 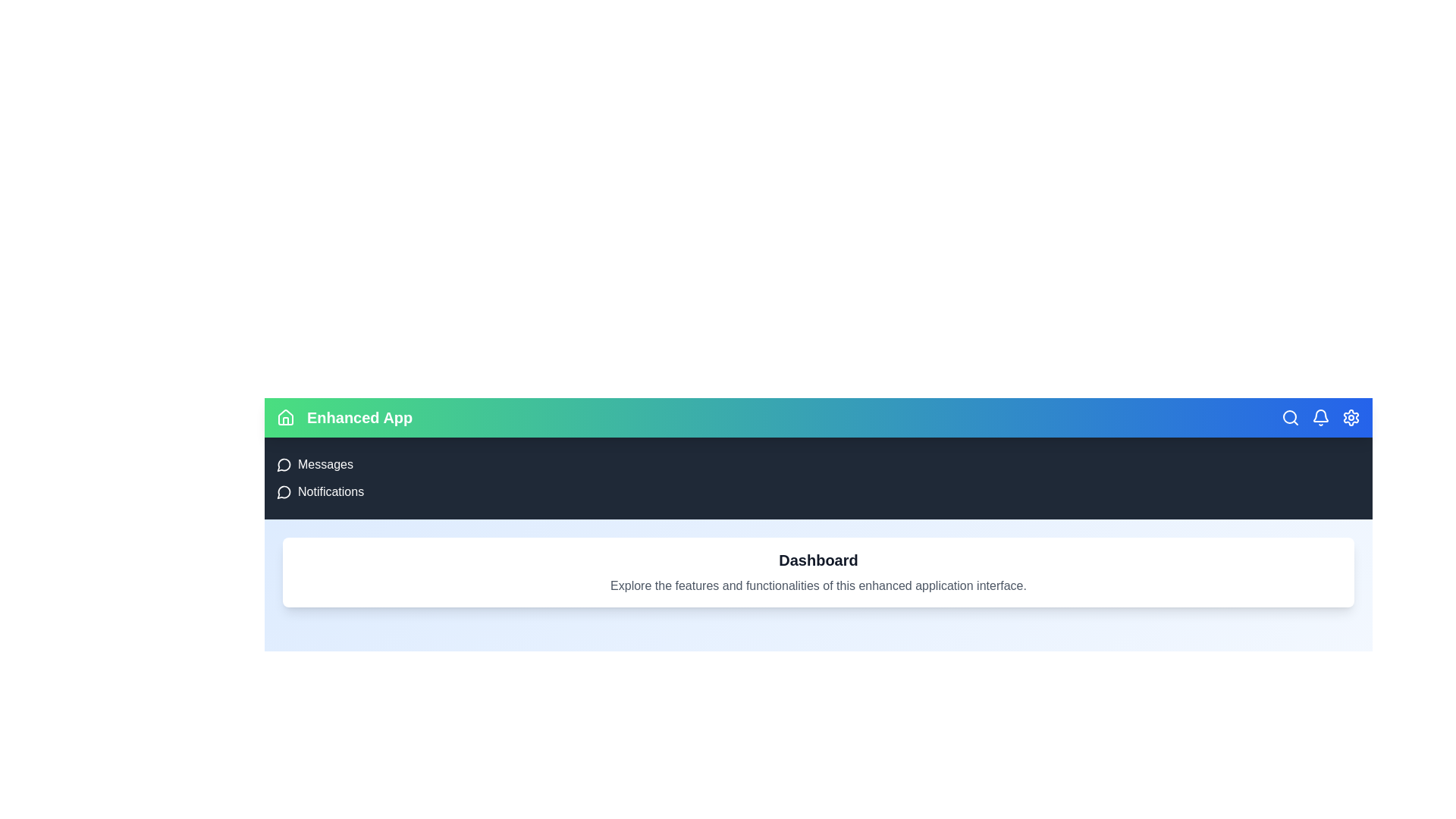 What do you see at coordinates (286, 491) in the screenshot?
I see `the menu option Notifications from the navigation bar` at bounding box center [286, 491].